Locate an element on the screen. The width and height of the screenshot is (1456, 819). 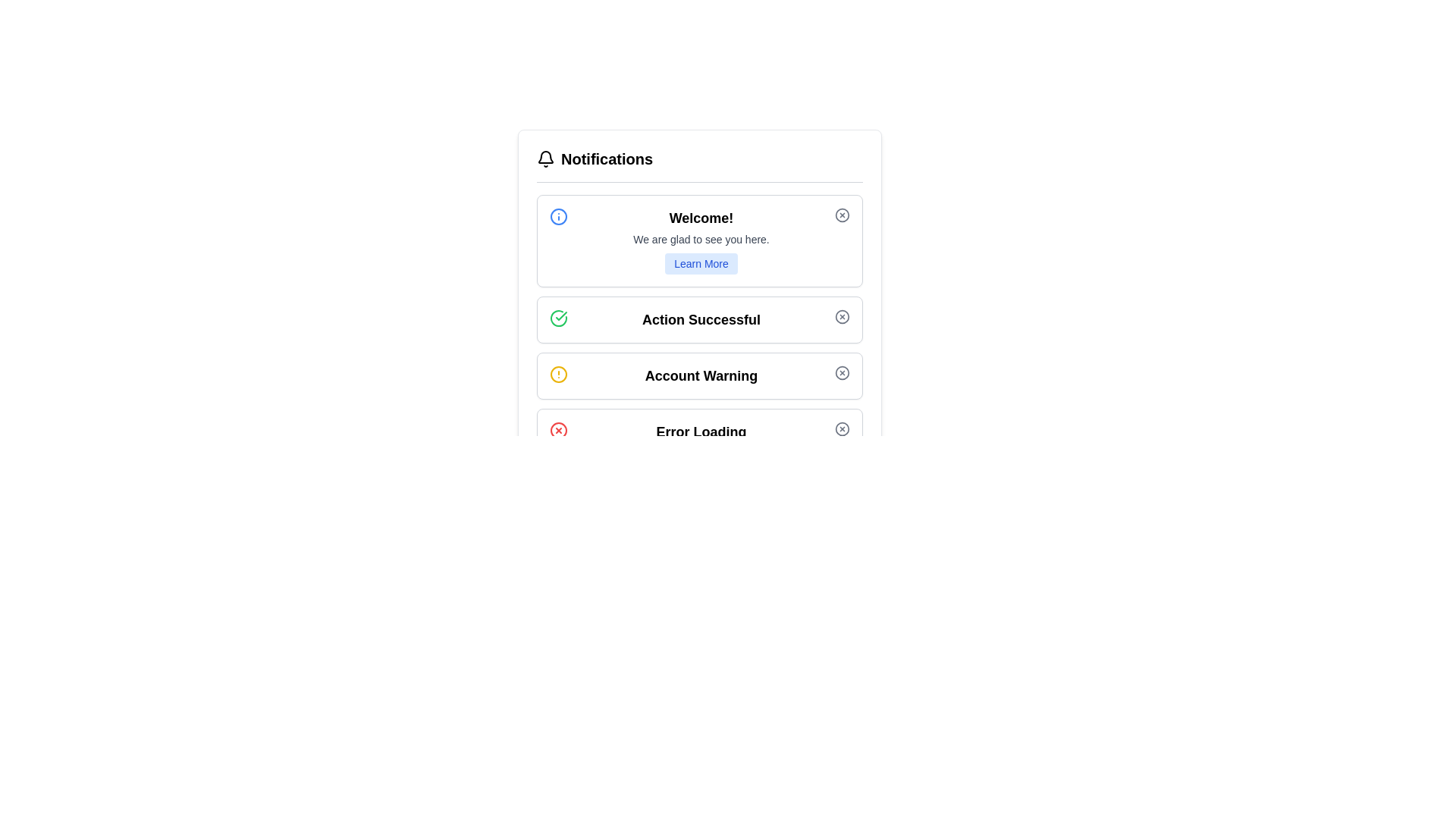
the static text displaying 'We are glad is located at coordinates (701, 239).